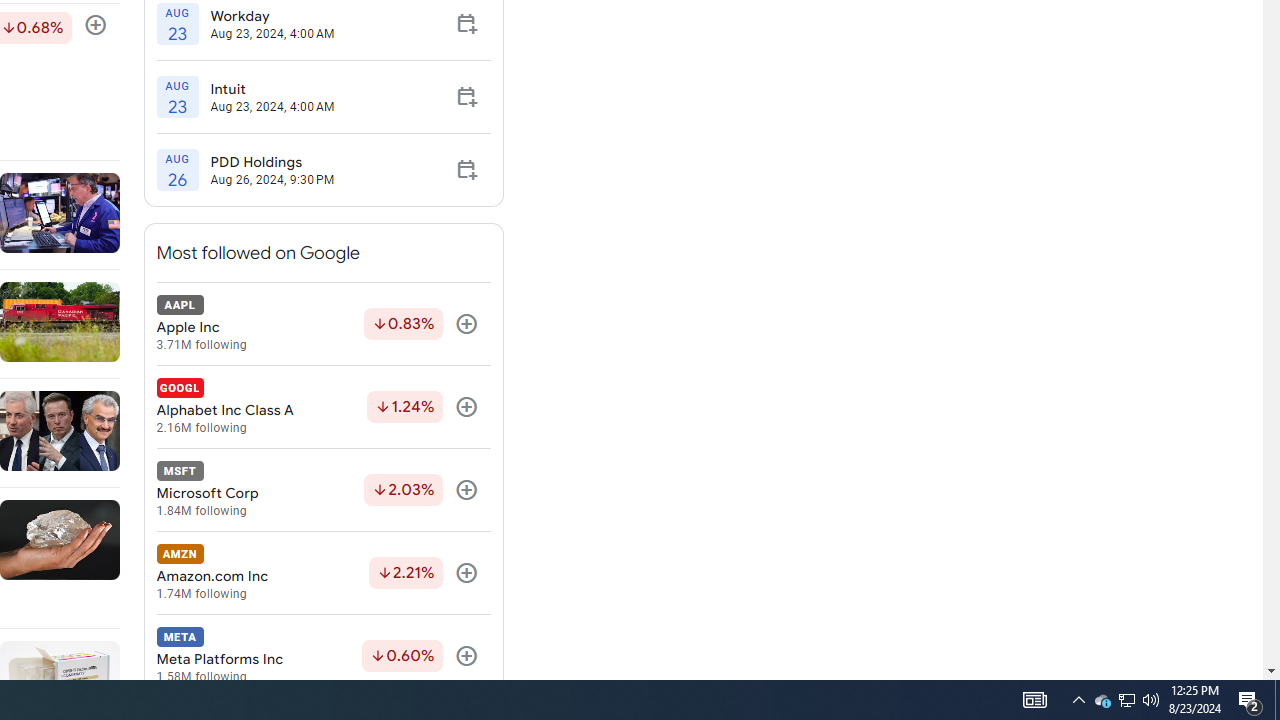 The width and height of the screenshot is (1280, 720). What do you see at coordinates (323, 490) in the screenshot?
I see `'MSFT Microsoft Corp 1.84M following Down by 2.03% Follow'` at bounding box center [323, 490].